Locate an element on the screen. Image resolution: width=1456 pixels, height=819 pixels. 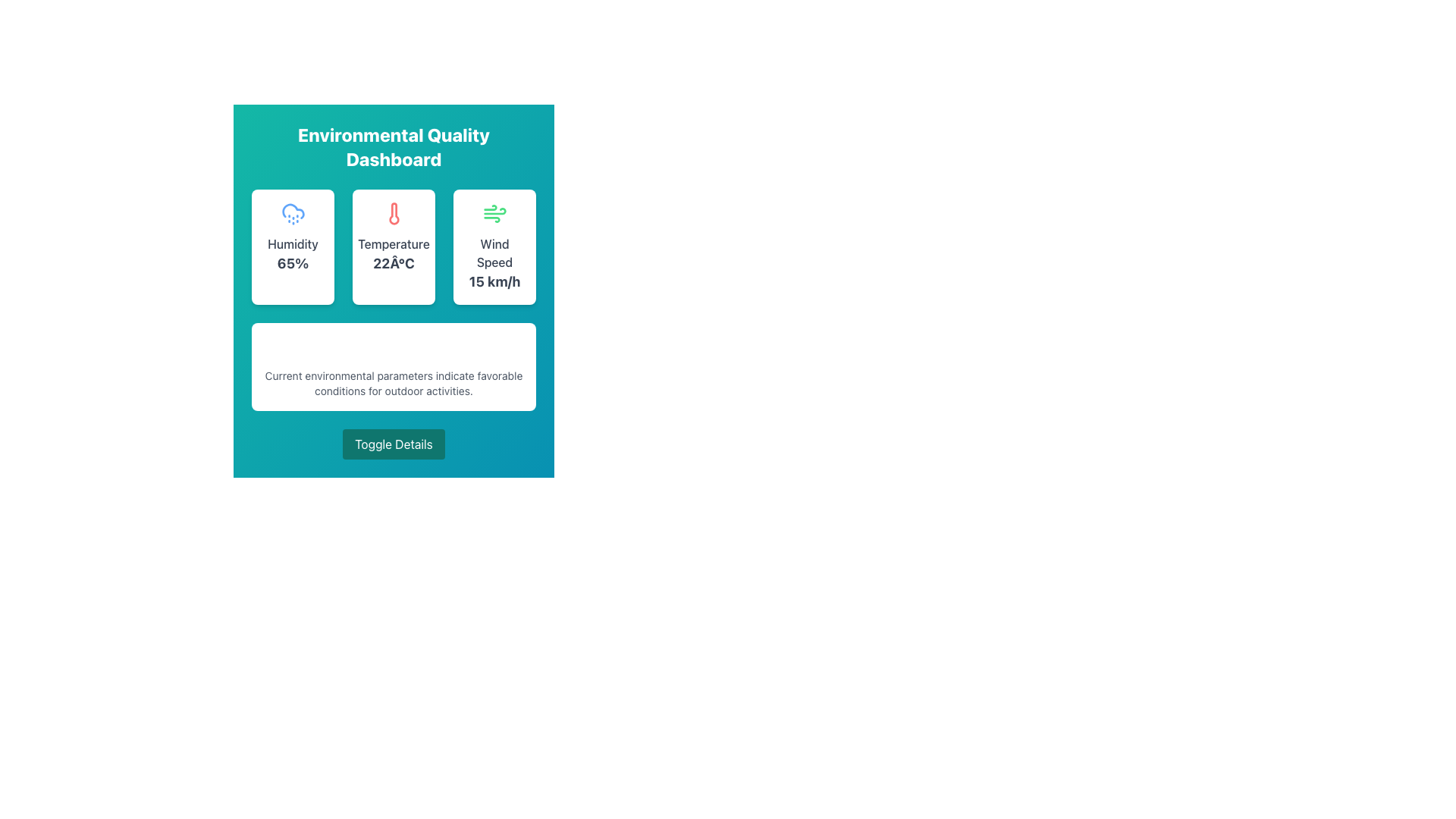
the green wind icon representing wind speed, located in the top-right quadrant of the dashboard, within the 'Wind Speed' card is located at coordinates (494, 213).